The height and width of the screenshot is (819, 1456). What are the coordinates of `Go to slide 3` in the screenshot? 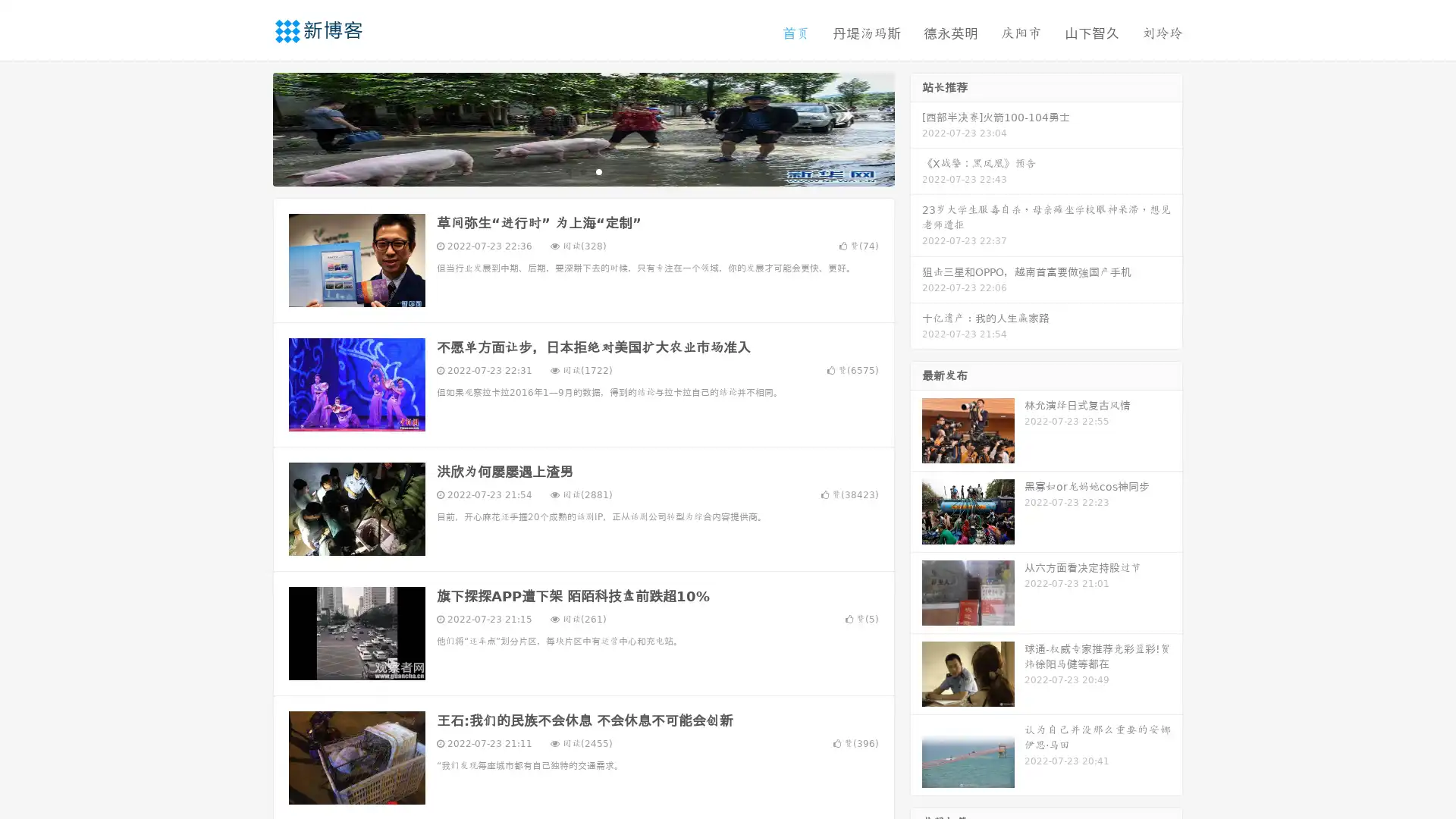 It's located at (598, 171).